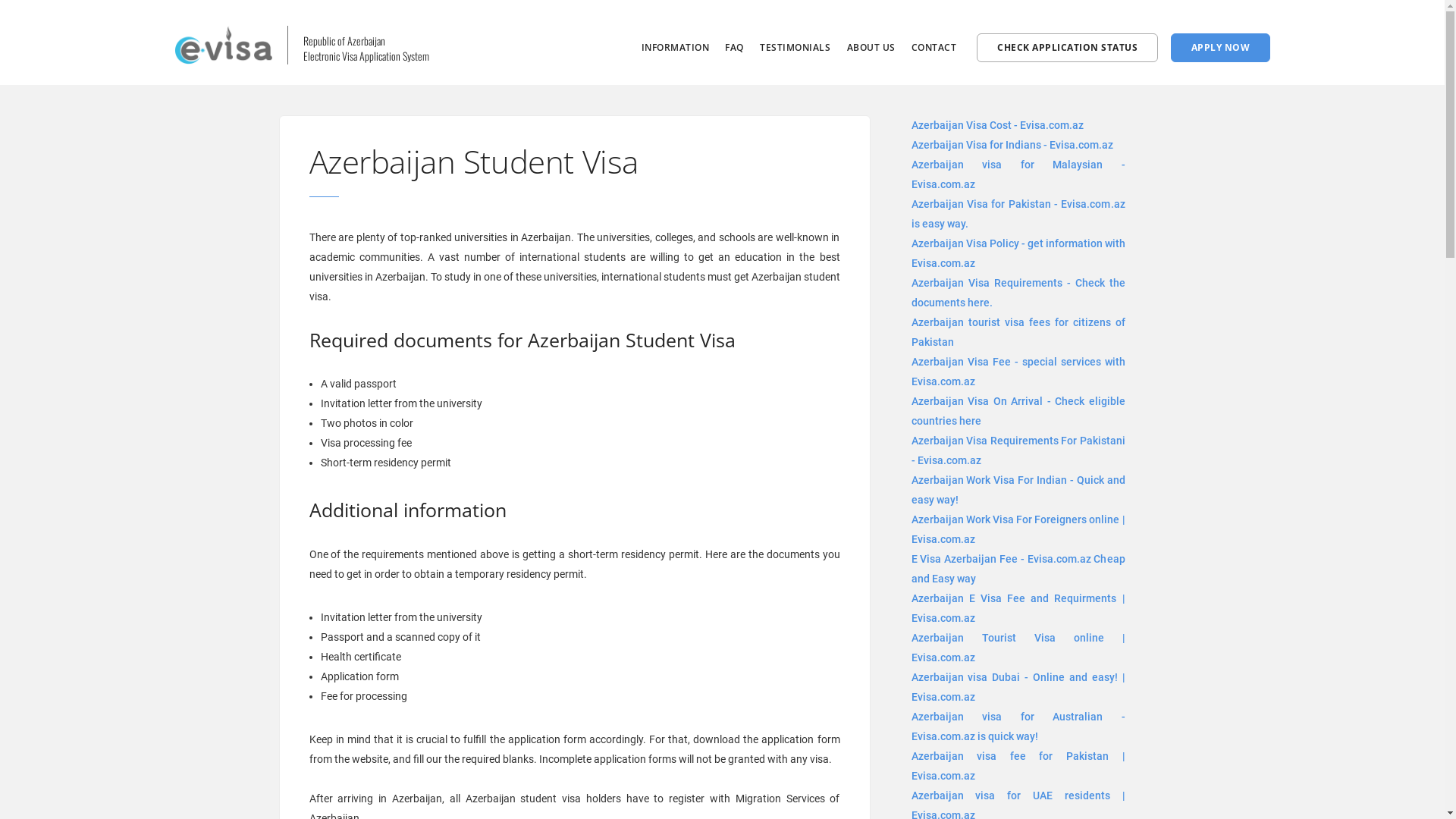  What do you see at coordinates (1018, 213) in the screenshot?
I see `'Azerbaijan Visa for Pakistan - Evisa.com.az is easy way.'` at bounding box center [1018, 213].